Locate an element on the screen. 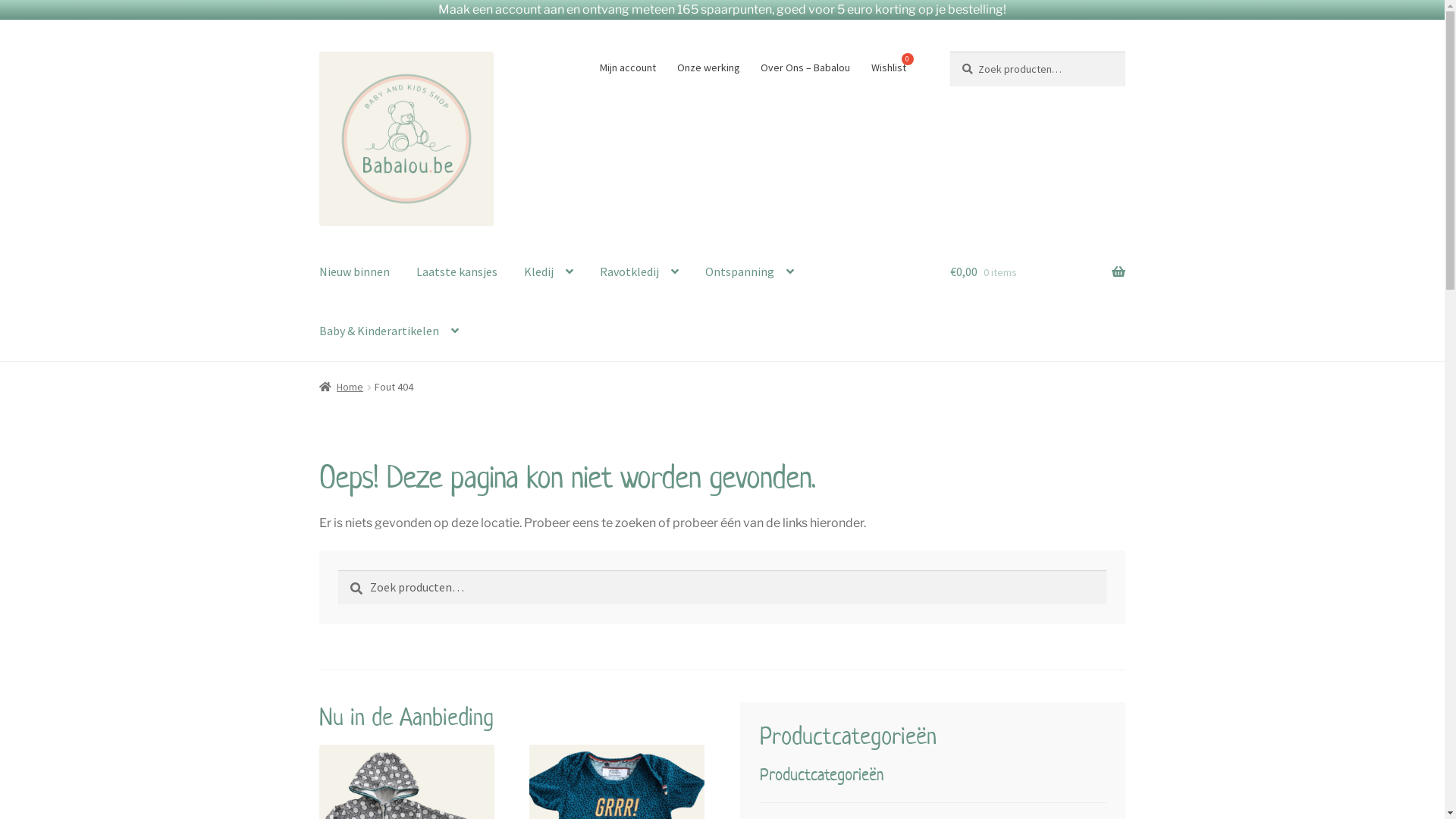 The image size is (1456, 819). 'Wishlist' is located at coordinates (861, 66).